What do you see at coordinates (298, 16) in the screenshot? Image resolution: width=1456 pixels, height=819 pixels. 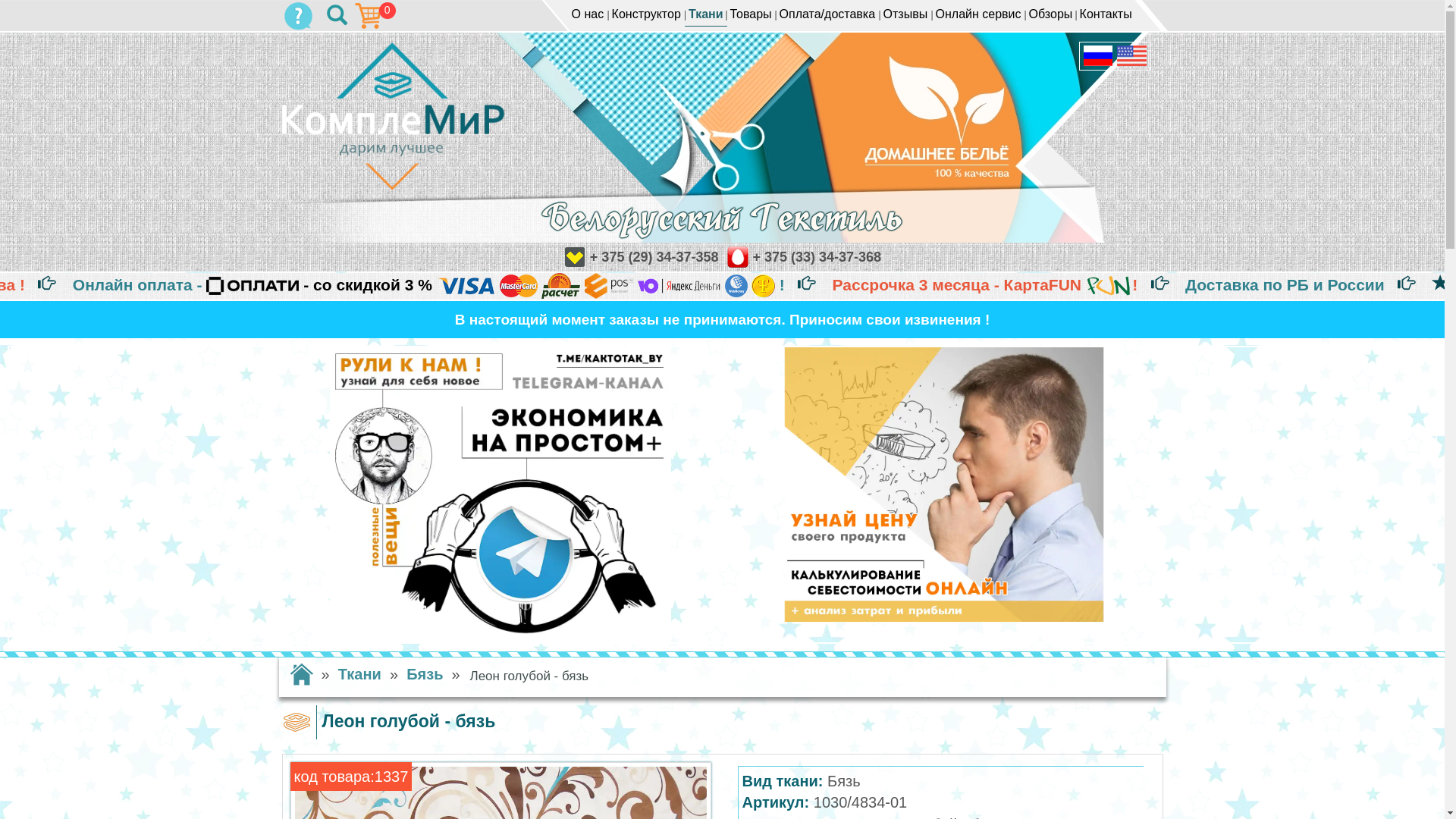 I see `'0'` at bounding box center [298, 16].